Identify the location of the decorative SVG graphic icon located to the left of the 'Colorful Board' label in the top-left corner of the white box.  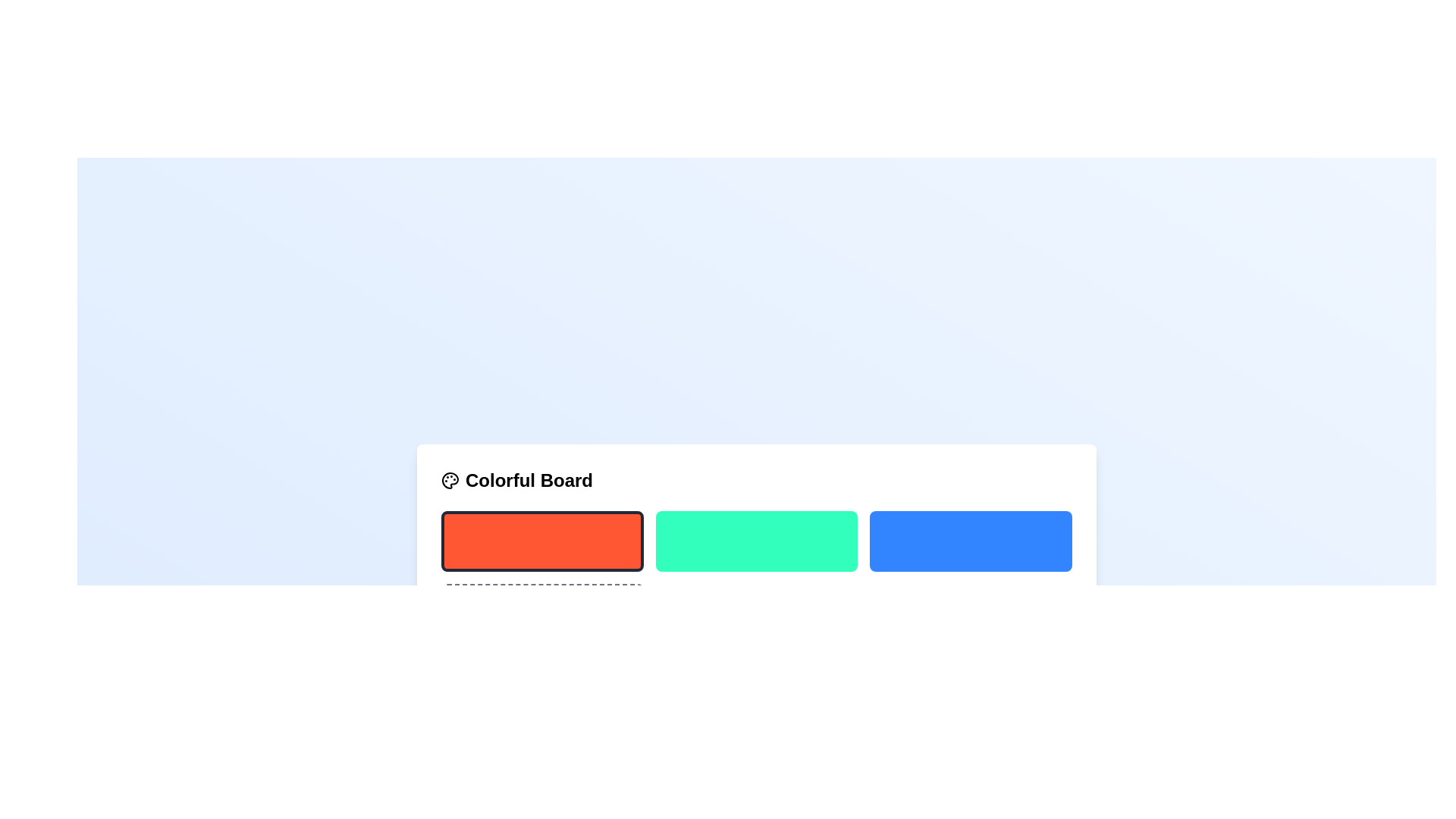
(450, 480).